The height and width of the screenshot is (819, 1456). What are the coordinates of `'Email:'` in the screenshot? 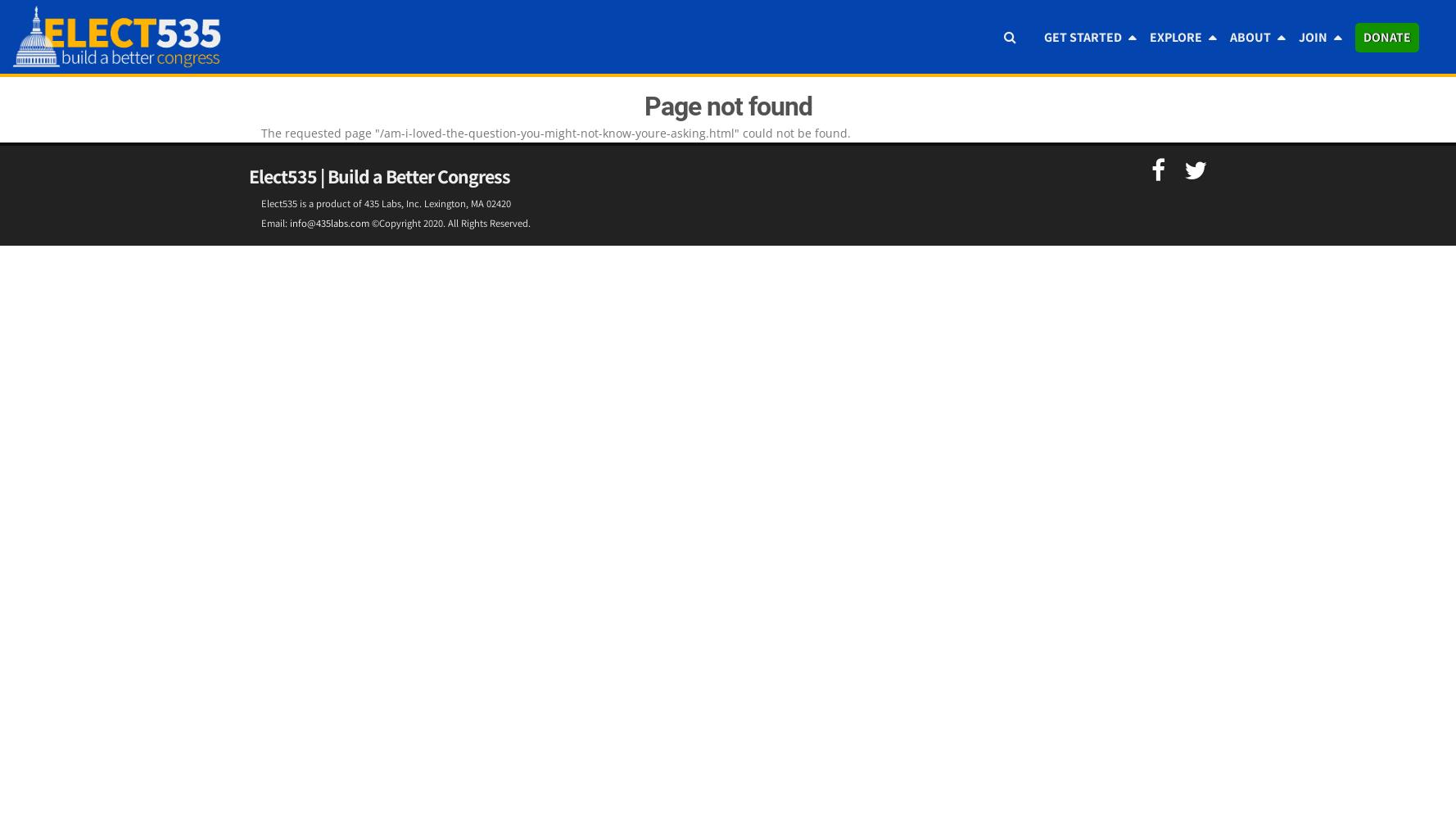 It's located at (274, 223).